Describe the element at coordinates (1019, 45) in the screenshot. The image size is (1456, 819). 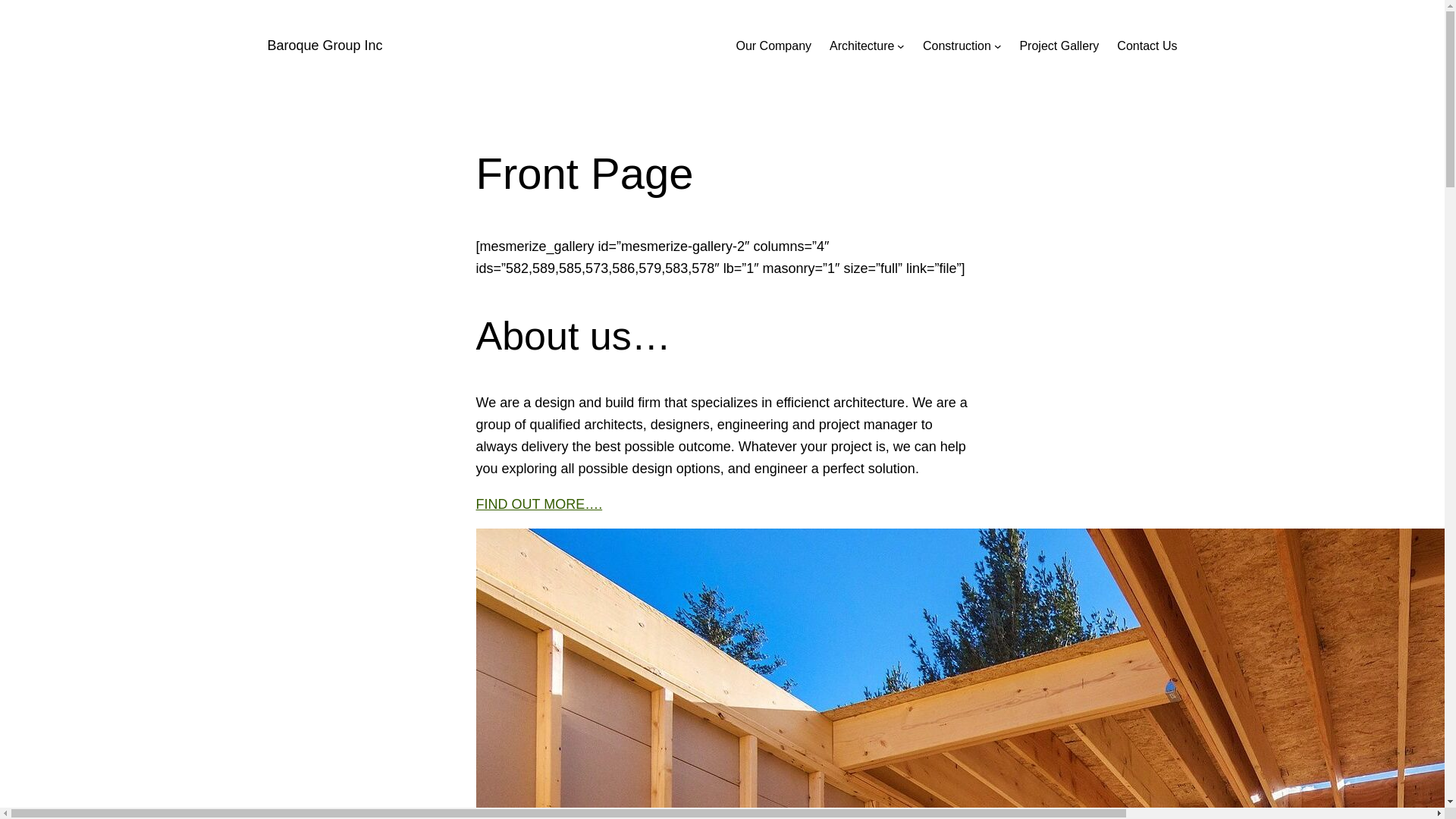
I see `'Project Gallery'` at that location.